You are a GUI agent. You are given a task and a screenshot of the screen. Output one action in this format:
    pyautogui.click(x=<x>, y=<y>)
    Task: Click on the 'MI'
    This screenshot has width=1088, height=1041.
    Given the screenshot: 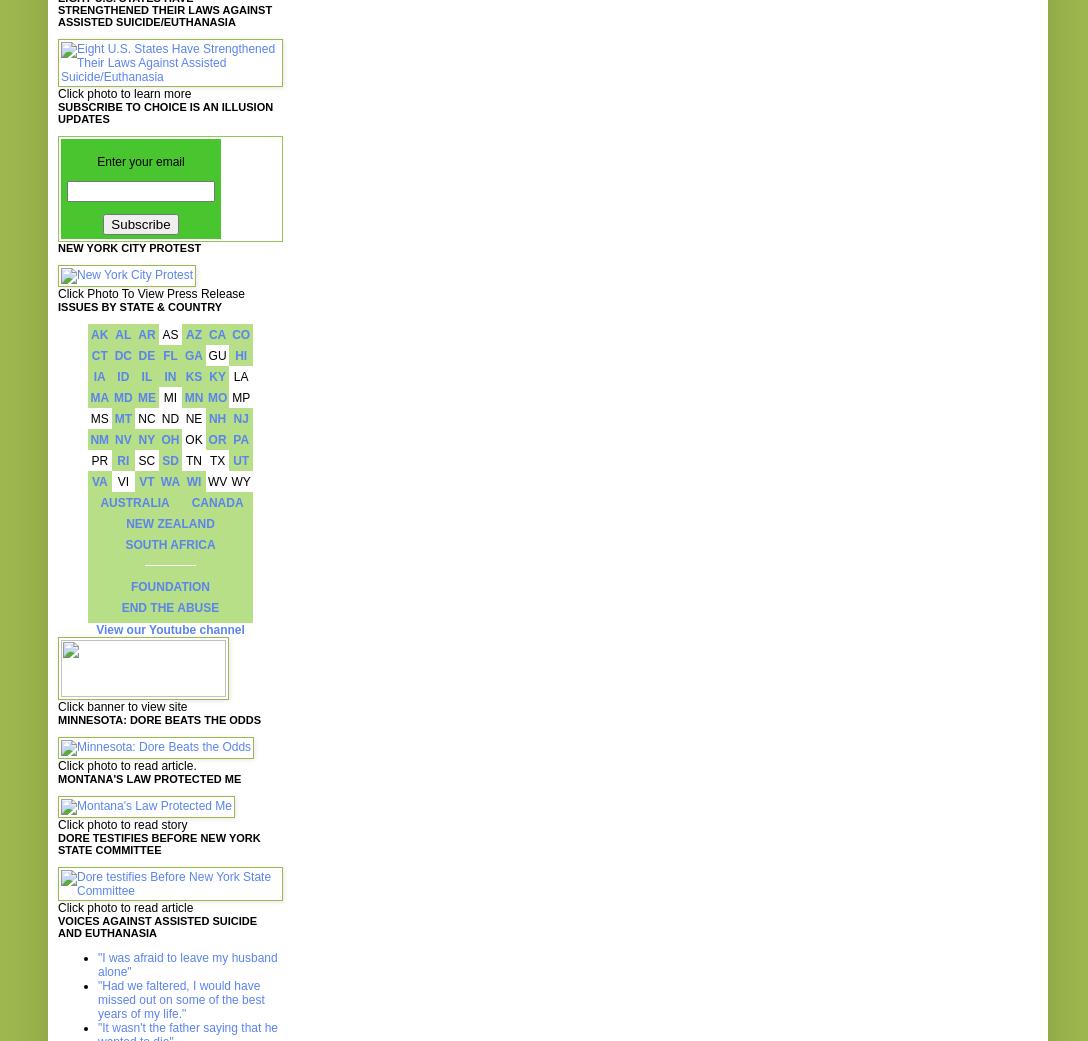 What is the action you would take?
    pyautogui.click(x=168, y=397)
    